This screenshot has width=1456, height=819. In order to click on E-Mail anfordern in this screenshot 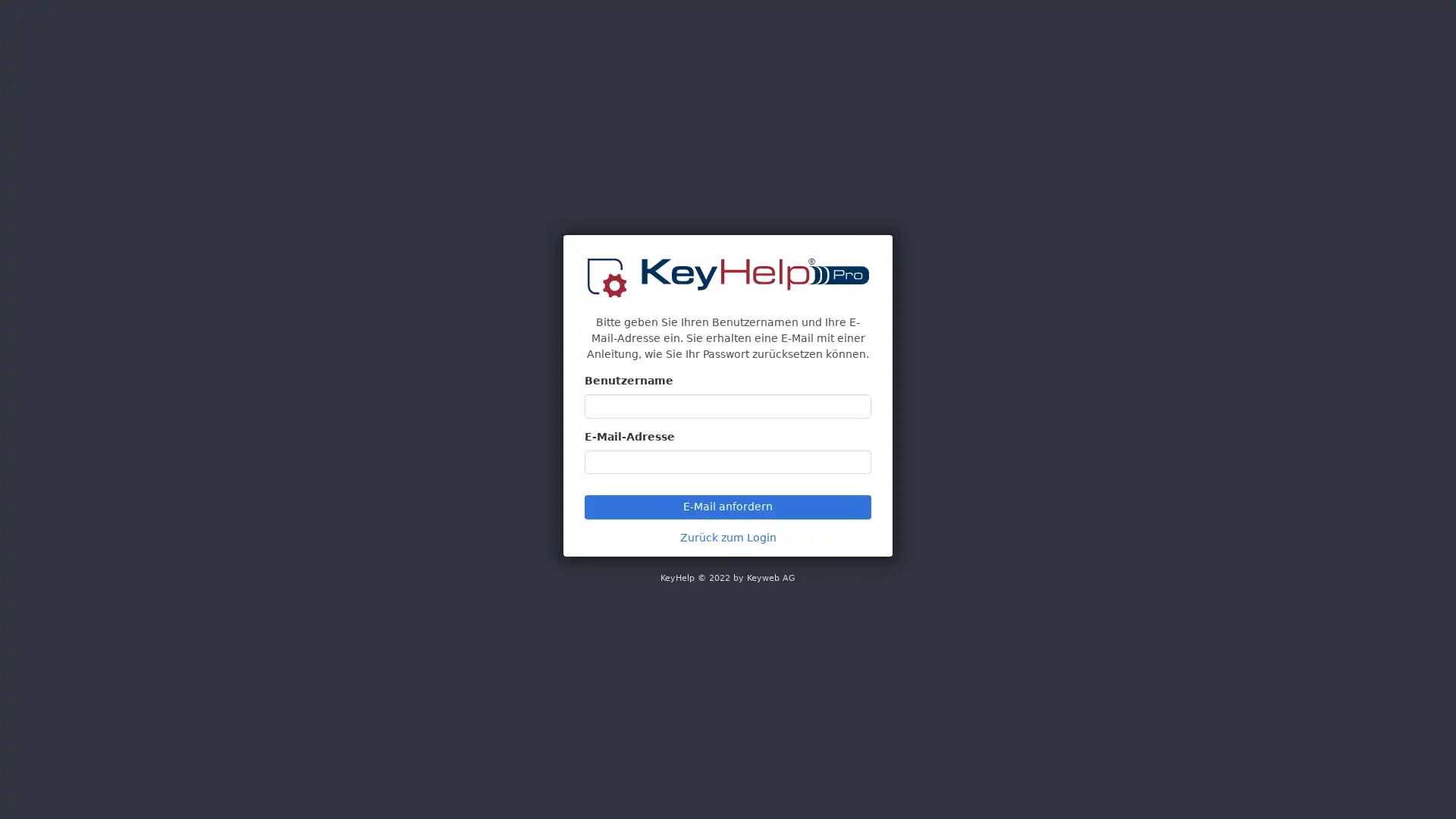, I will do `click(728, 507)`.